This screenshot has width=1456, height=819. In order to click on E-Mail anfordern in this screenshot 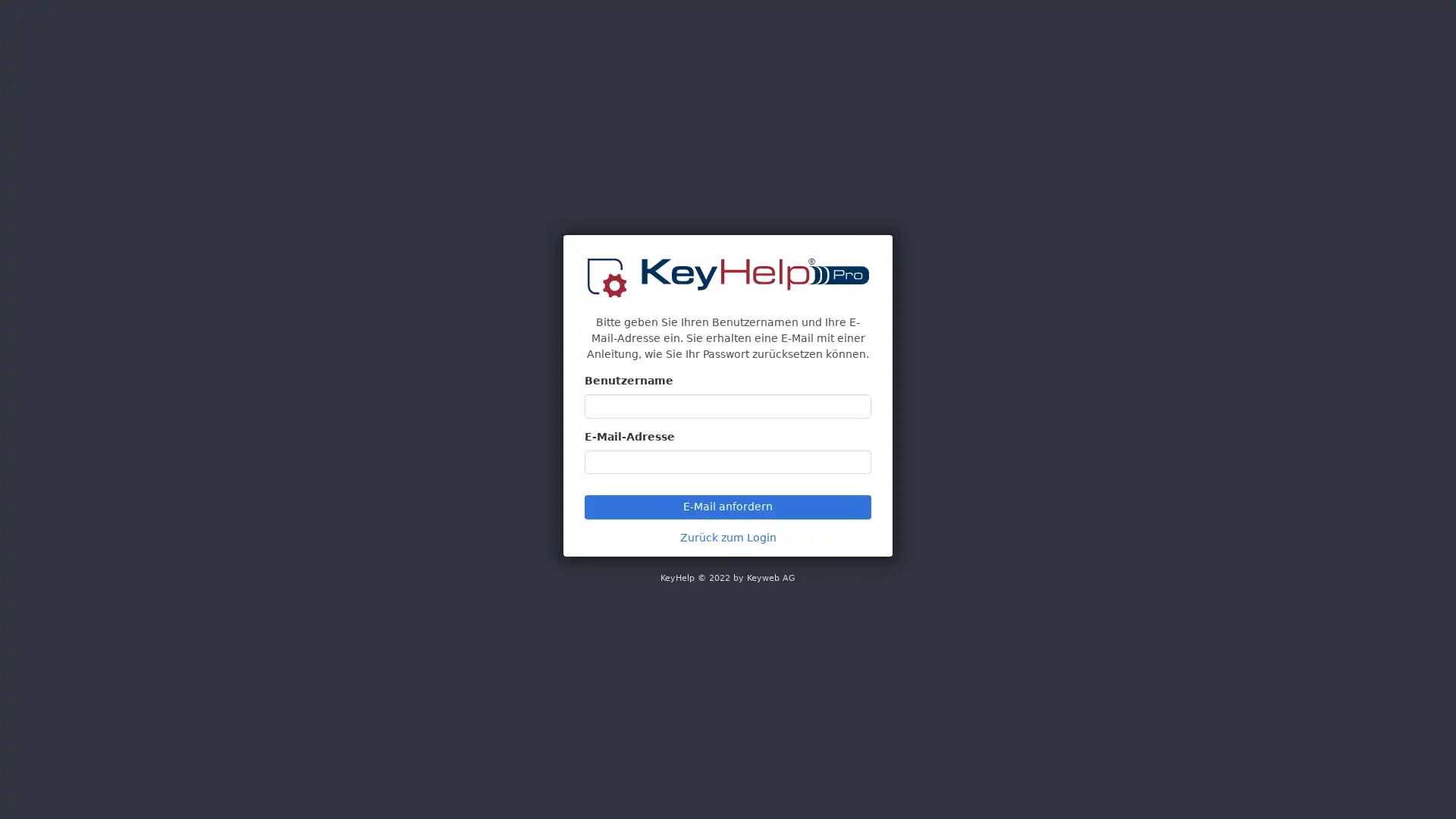, I will do `click(728, 507)`.